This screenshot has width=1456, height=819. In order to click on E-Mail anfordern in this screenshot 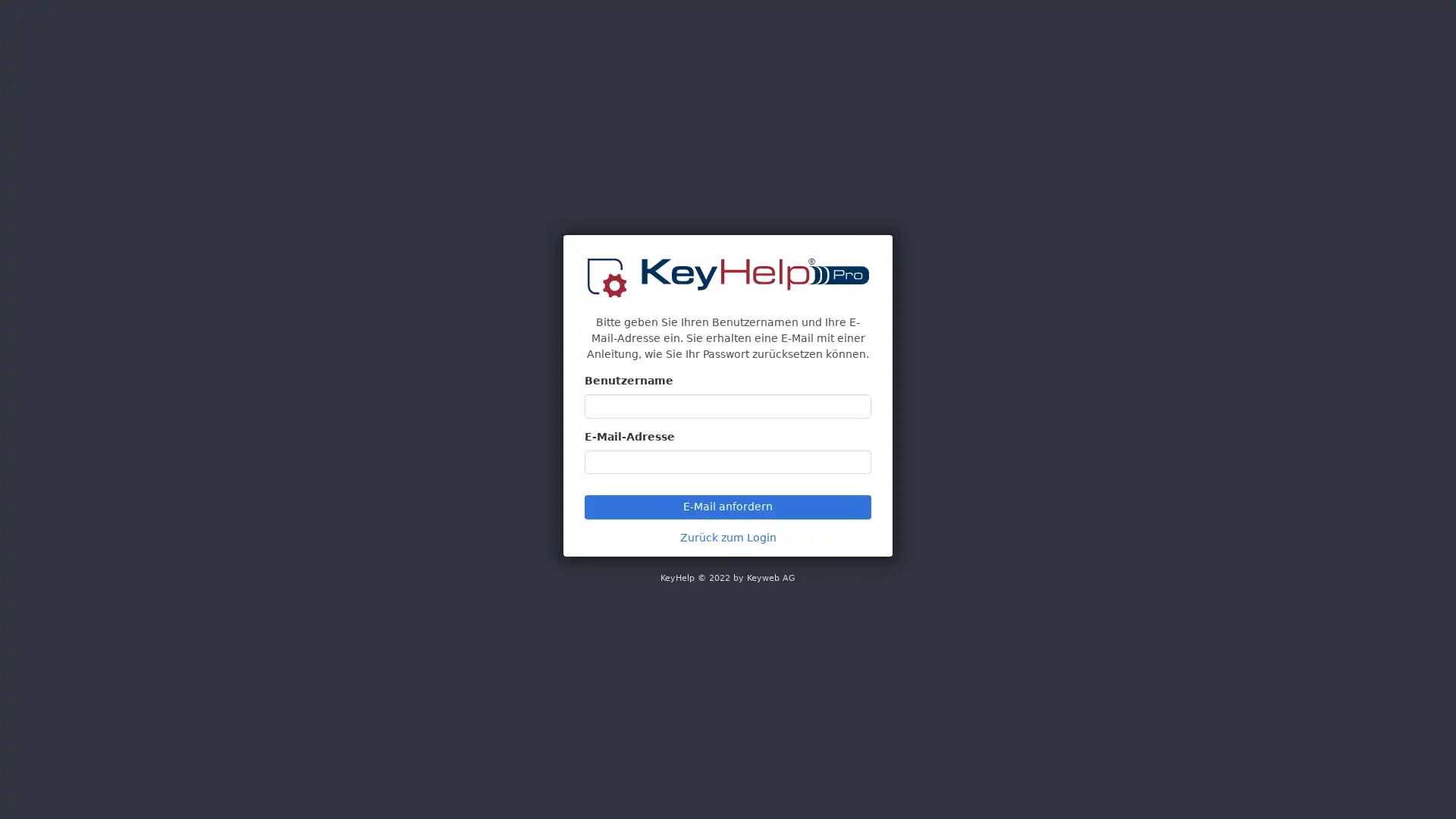, I will do `click(728, 507)`.